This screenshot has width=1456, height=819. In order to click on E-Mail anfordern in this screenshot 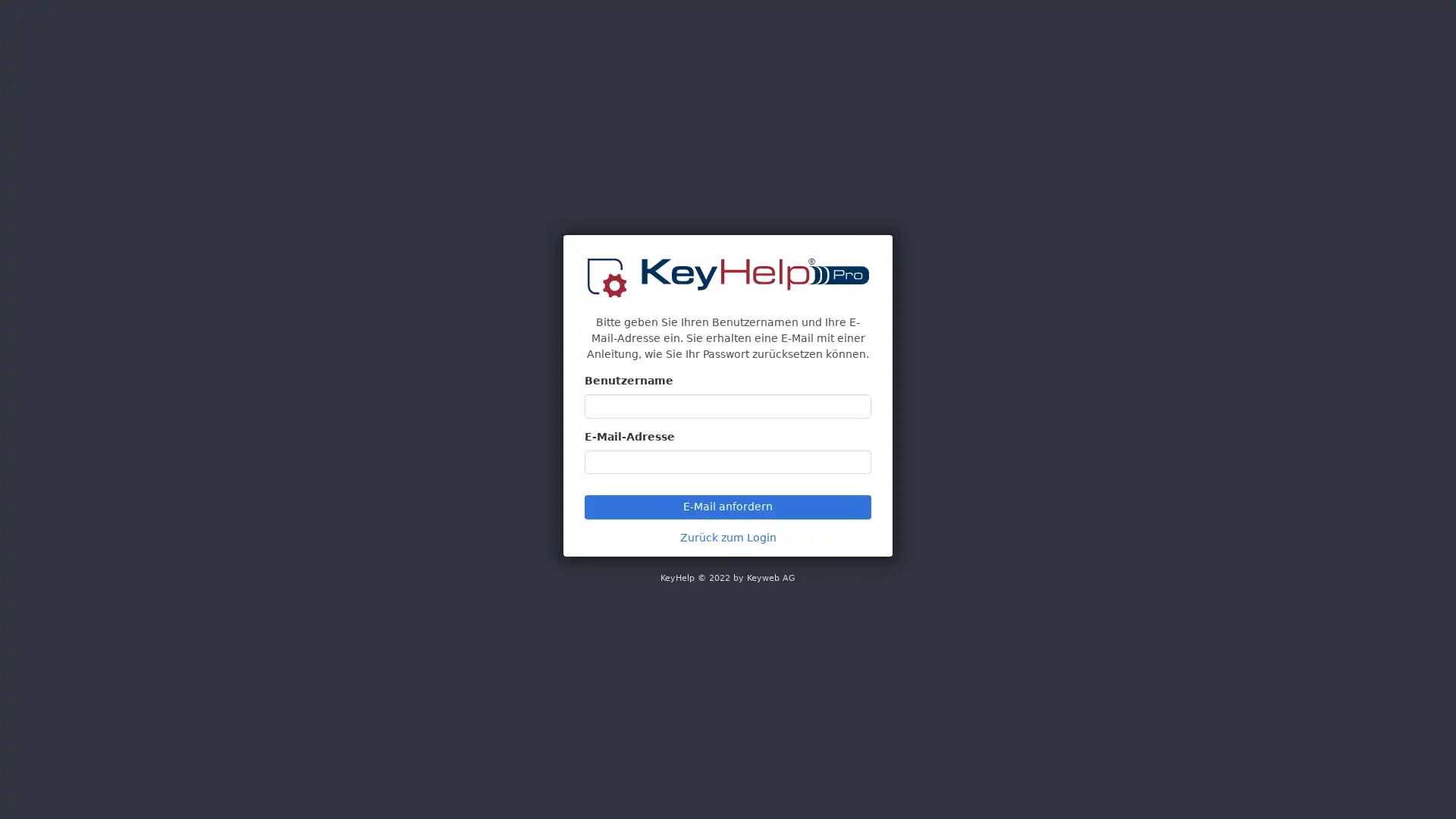, I will do `click(728, 507)`.